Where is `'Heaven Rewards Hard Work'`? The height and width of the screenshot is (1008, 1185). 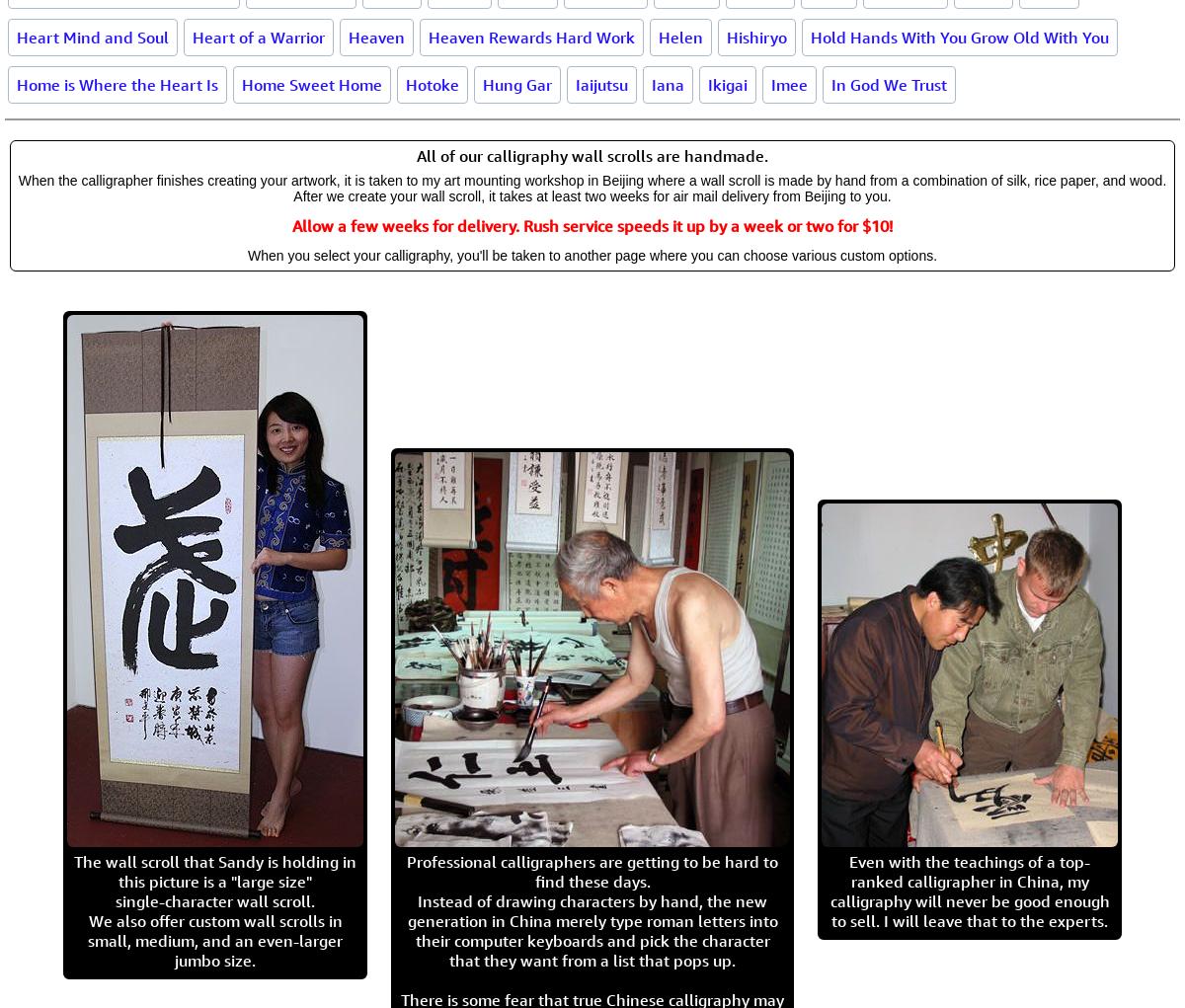 'Heaven Rewards Hard Work' is located at coordinates (530, 36).